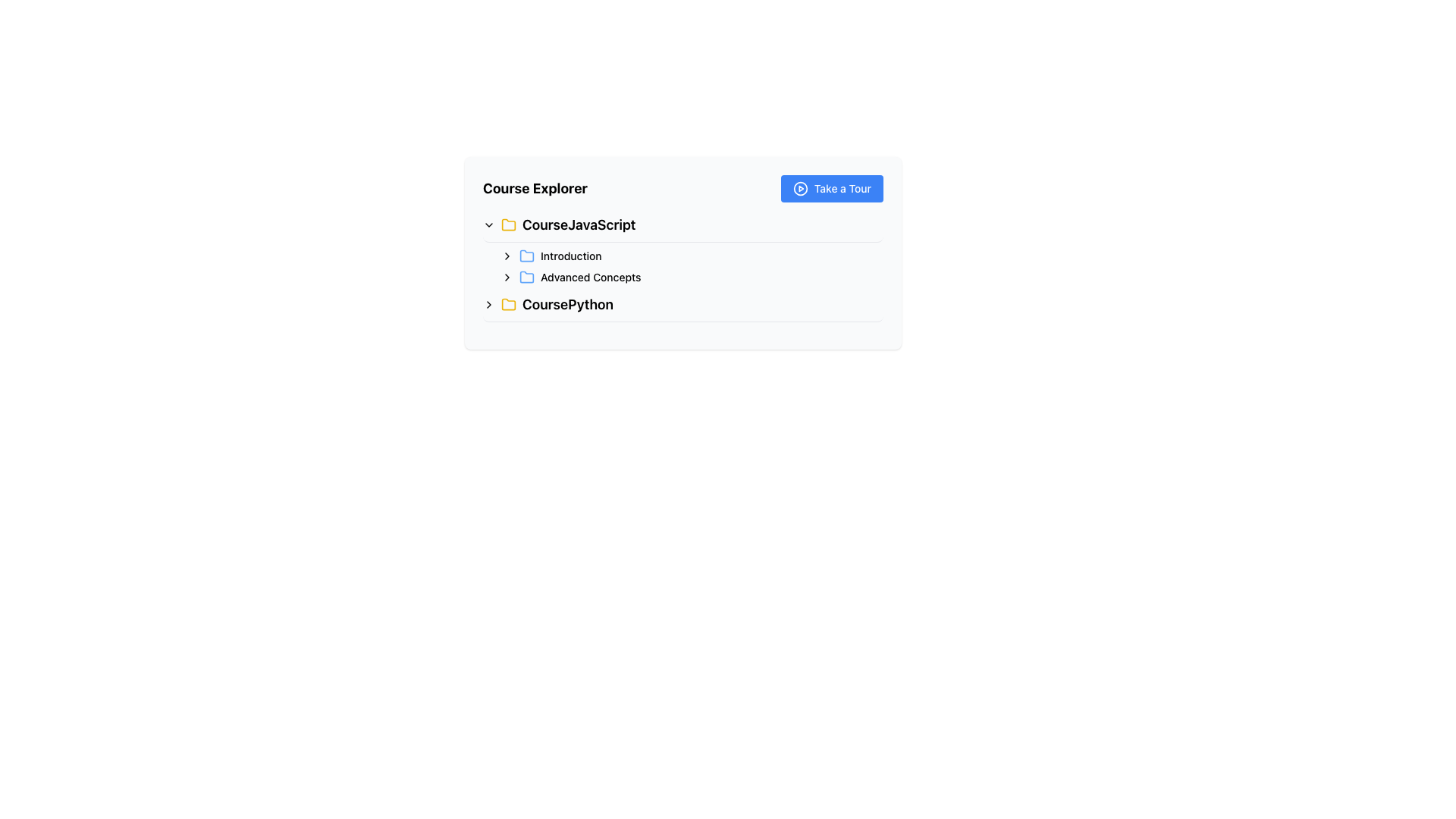 Image resolution: width=1456 pixels, height=819 pixels. I want to click on the leftmost chevron icon in the 'CoursePython' row, so click(488, 304).